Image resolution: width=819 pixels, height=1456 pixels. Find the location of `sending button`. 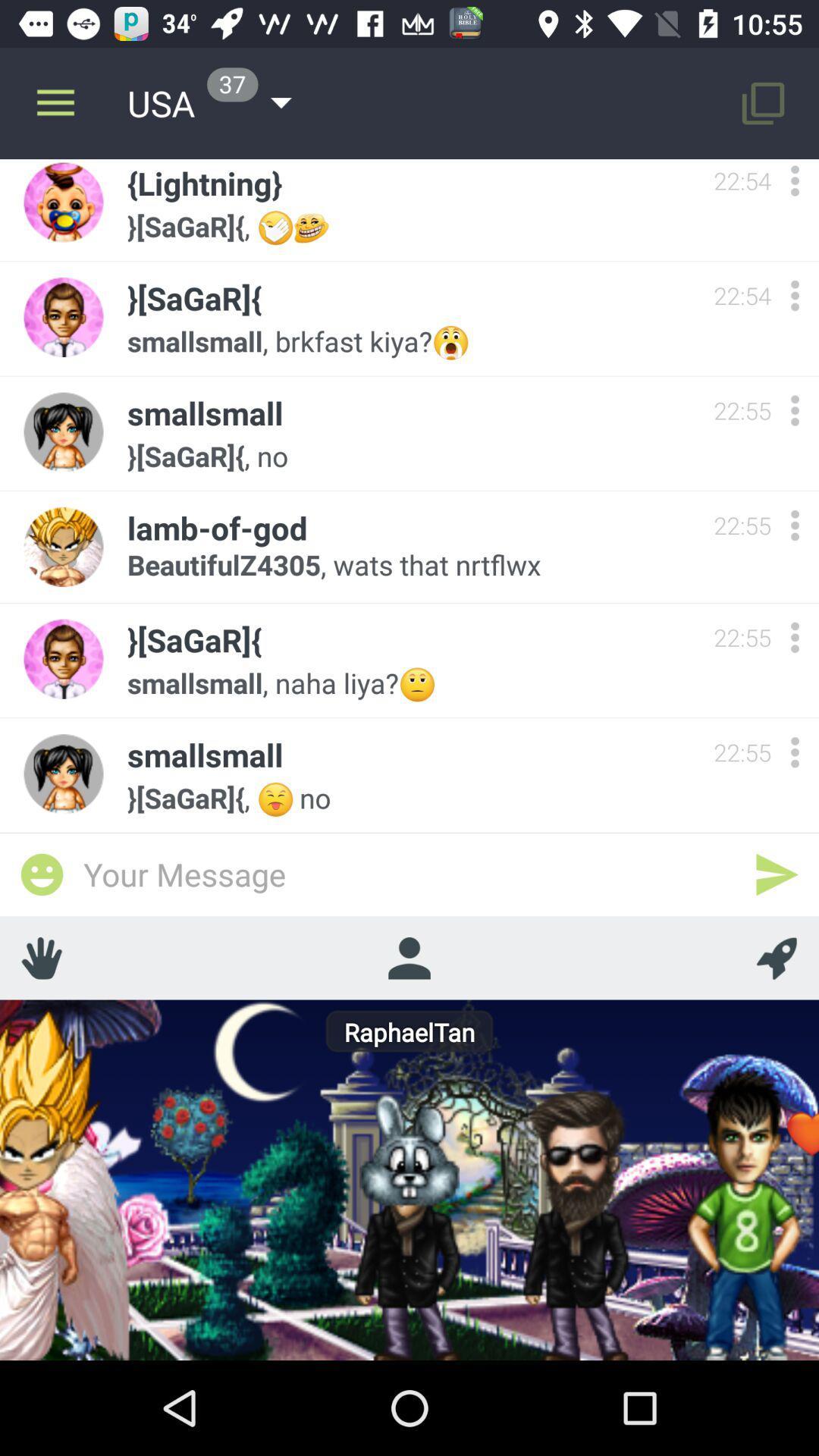

sending button is located at coordinates (777, 874).